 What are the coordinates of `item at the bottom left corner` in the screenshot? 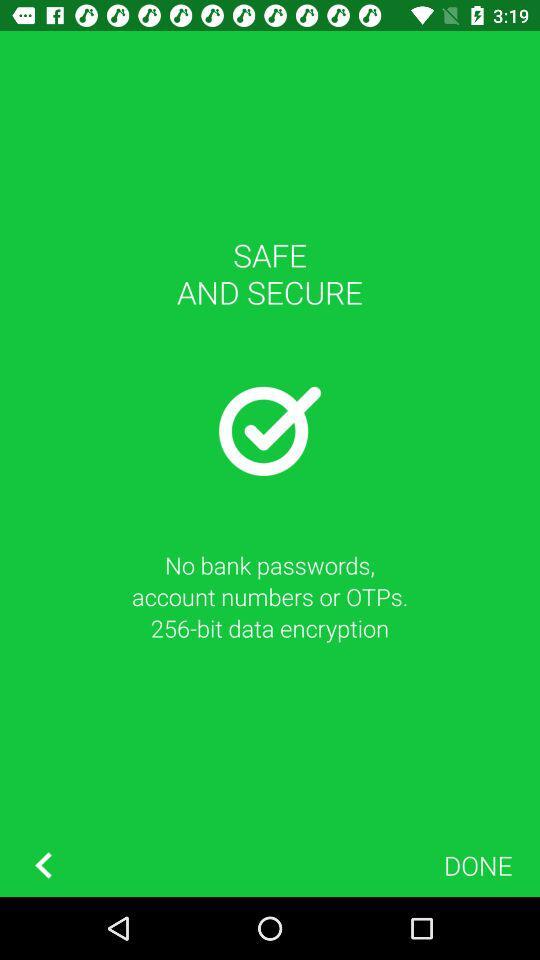 It's located at (43, 864).